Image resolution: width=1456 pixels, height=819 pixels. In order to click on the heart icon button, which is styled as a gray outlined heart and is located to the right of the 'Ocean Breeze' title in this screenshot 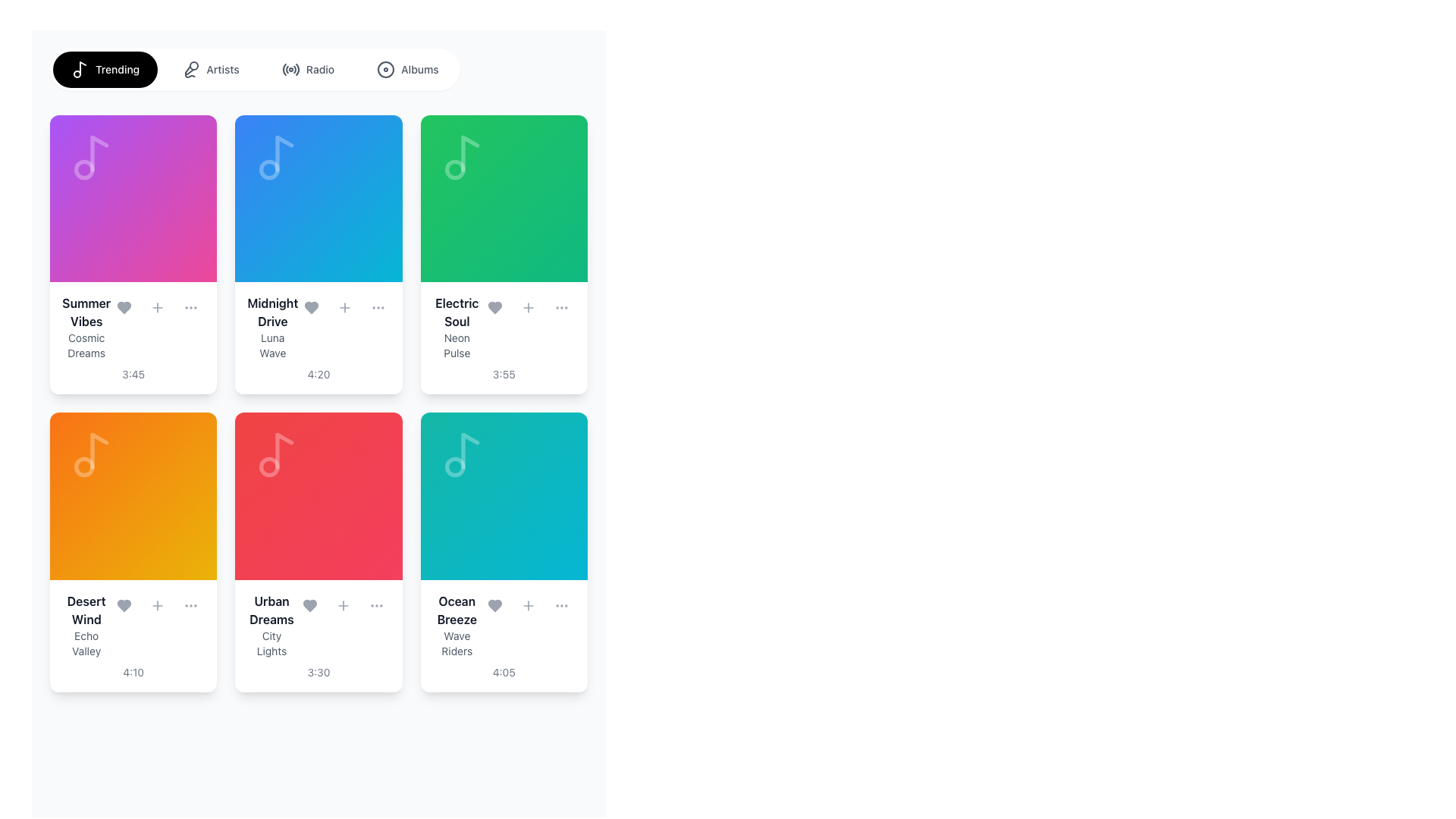, I will do `click(494, 604)`.